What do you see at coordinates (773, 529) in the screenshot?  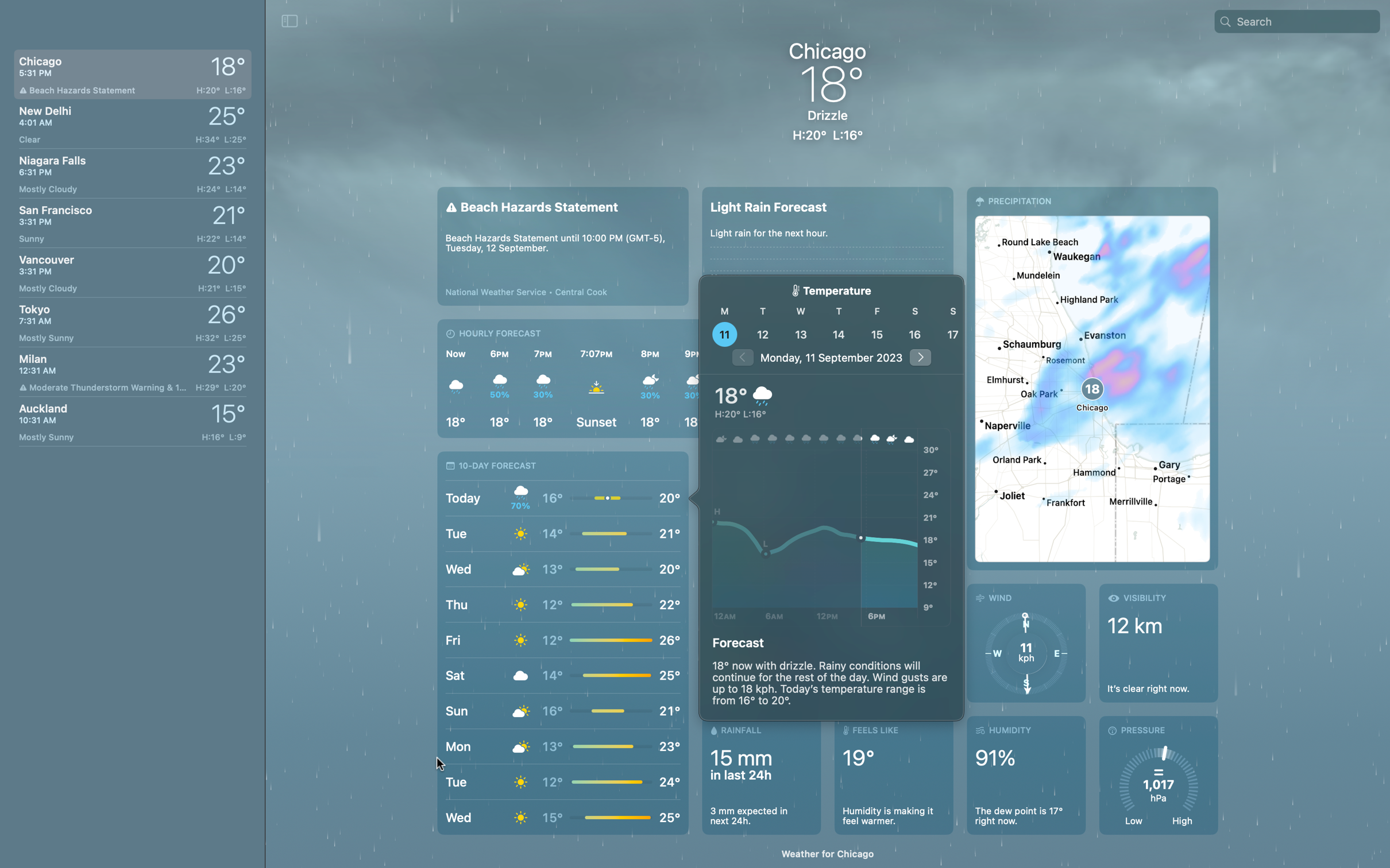 I see `Identify the climate at 6 in the morning` at bounding box center [773, 529].